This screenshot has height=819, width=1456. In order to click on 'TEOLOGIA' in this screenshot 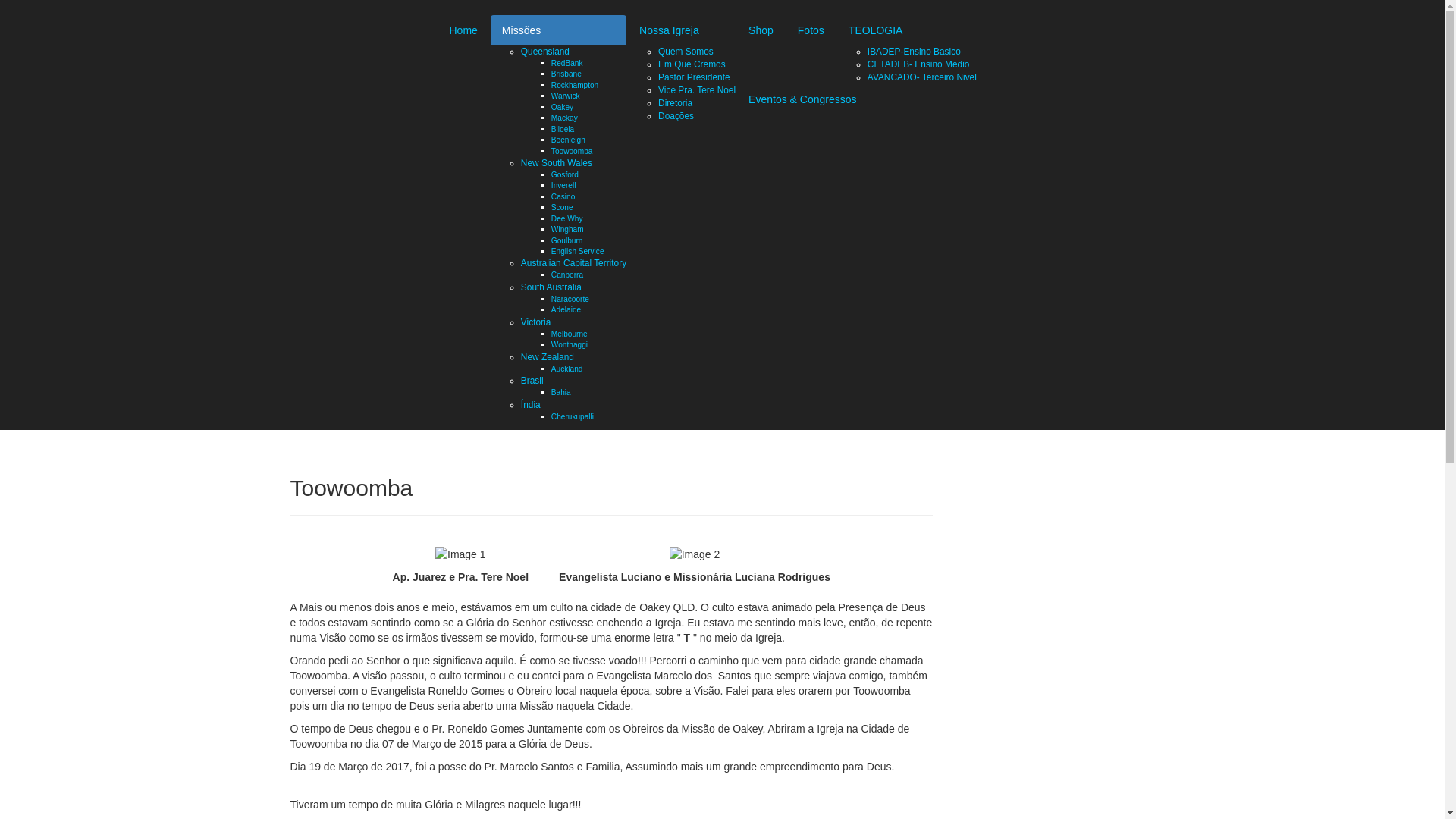, I will do `click(906, 30)`.